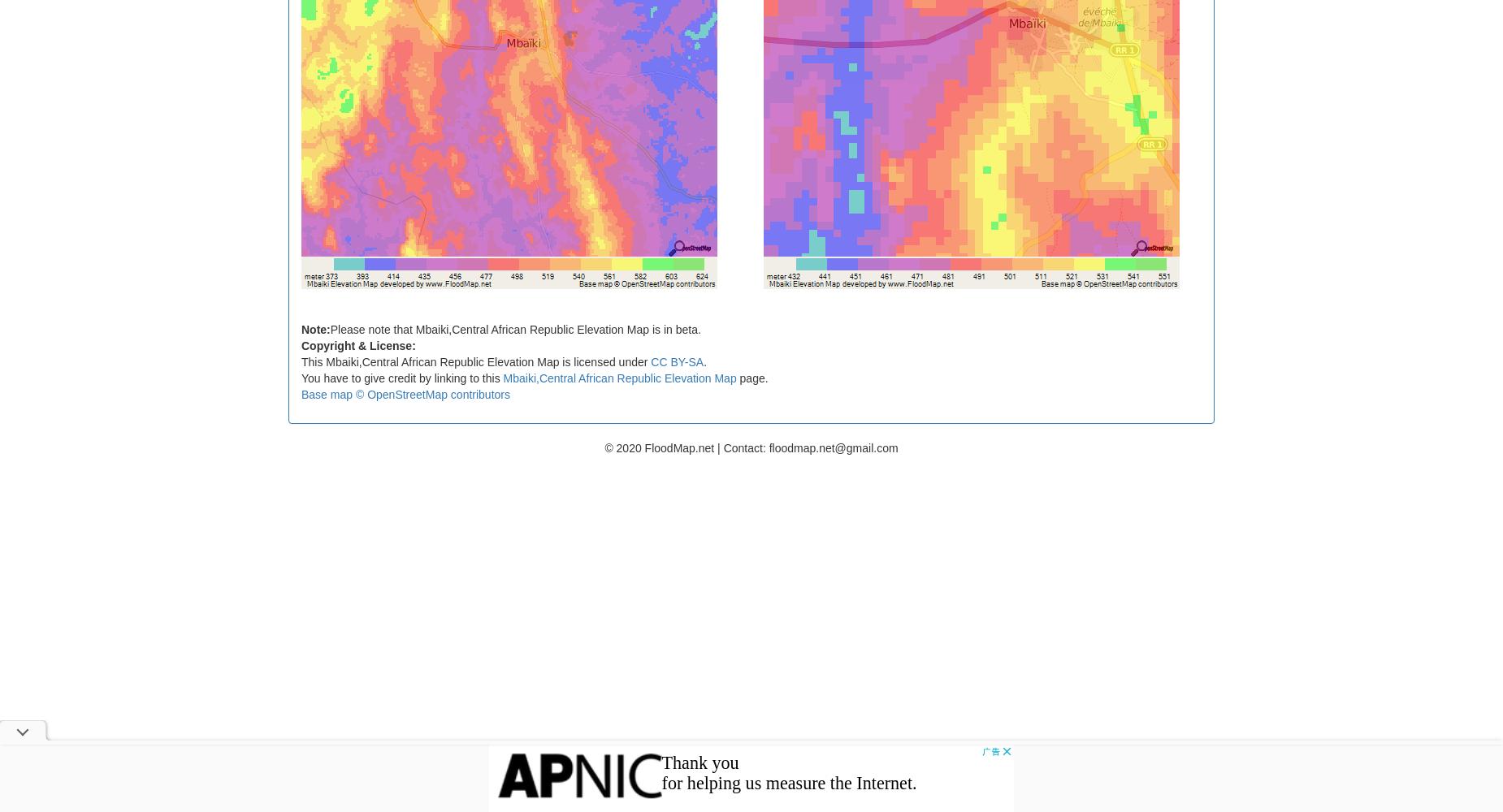 The image size is (1503, 812). Describe the element at coordinates (677, 361) in the screenshot. I see `'CC BY-SA'` at that location.